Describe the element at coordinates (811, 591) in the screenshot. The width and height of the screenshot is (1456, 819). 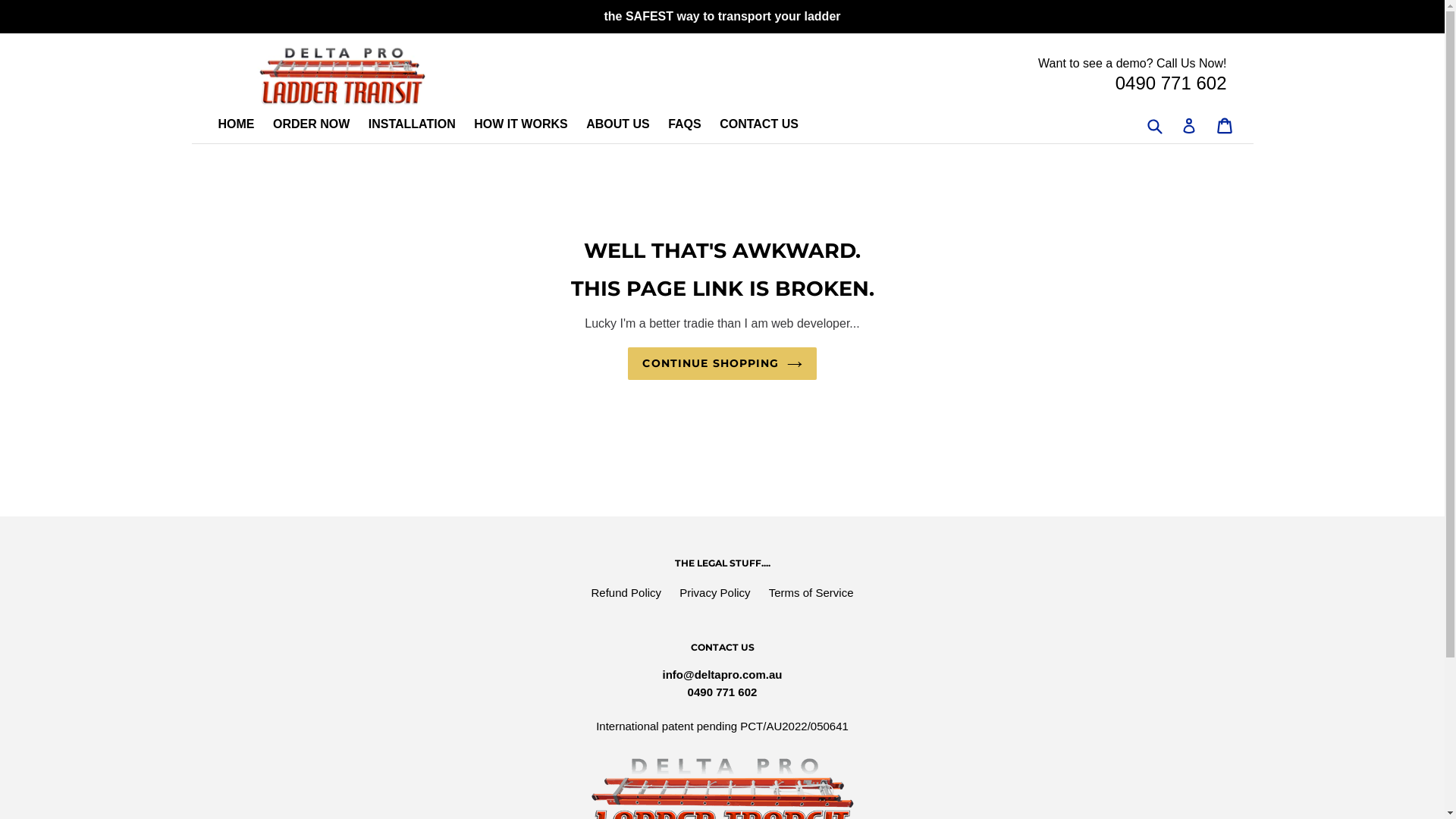
I see `'Terms of Service'` at that location.